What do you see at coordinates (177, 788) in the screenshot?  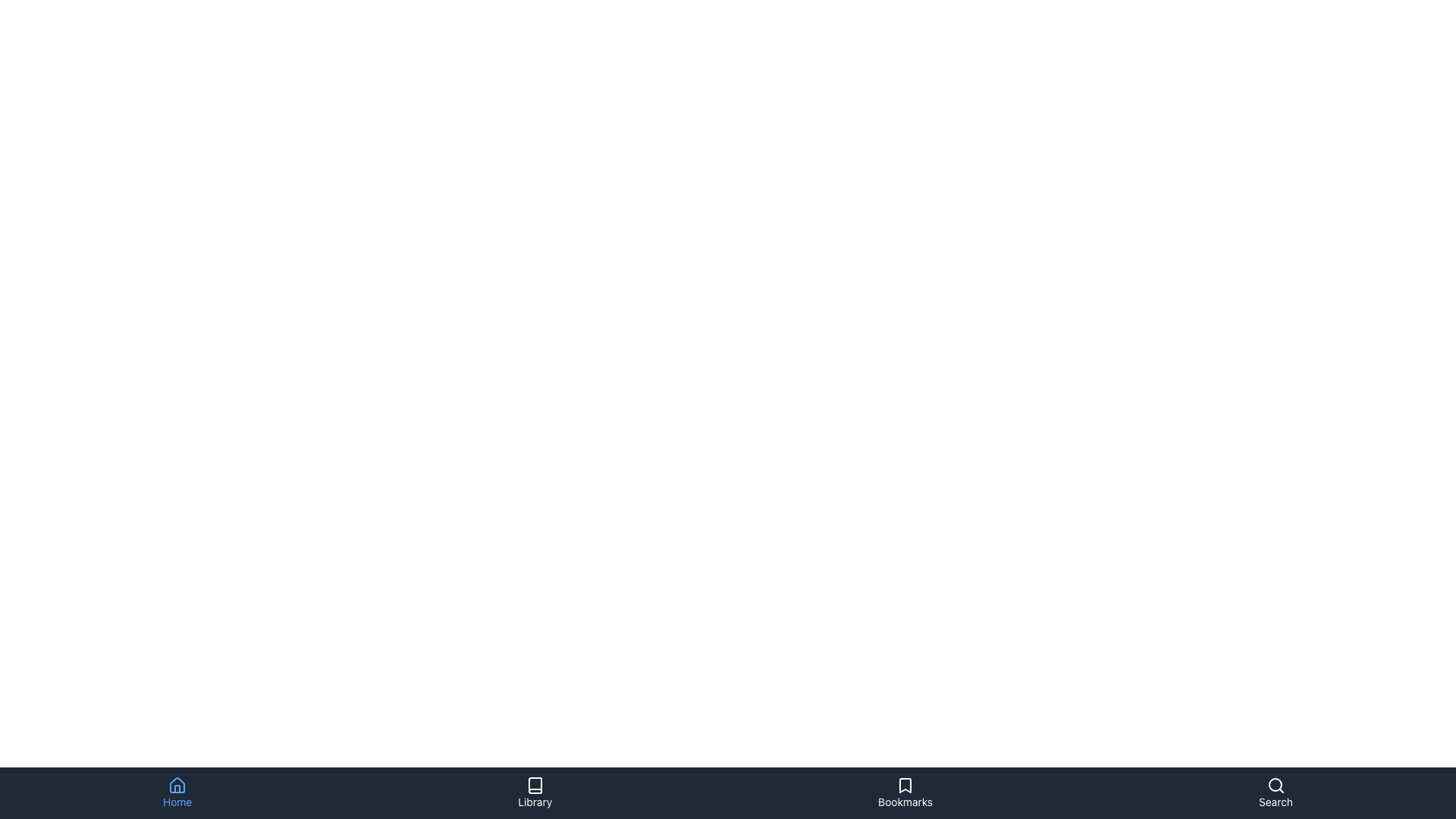 I see `the door icon within the 'Home' button located in the bottom navigation bar` at bounding box center [177, 788].